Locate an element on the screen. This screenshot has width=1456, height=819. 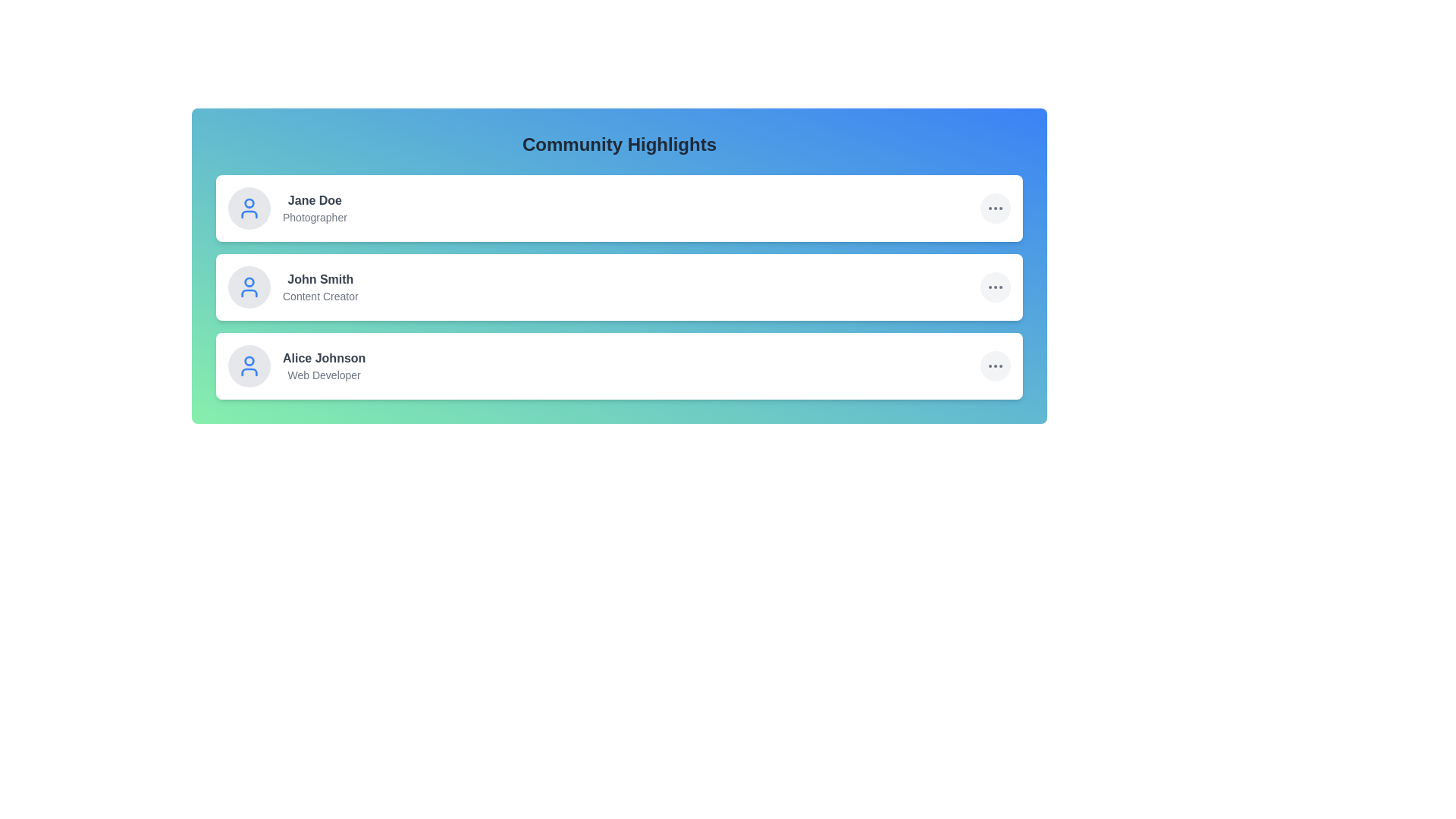
the user profile icon located to the left of the name 'Alice Johnson' and title 'Web Developer' in the bottommost item of a vertically stacked list is located at coordinates (249, 366).